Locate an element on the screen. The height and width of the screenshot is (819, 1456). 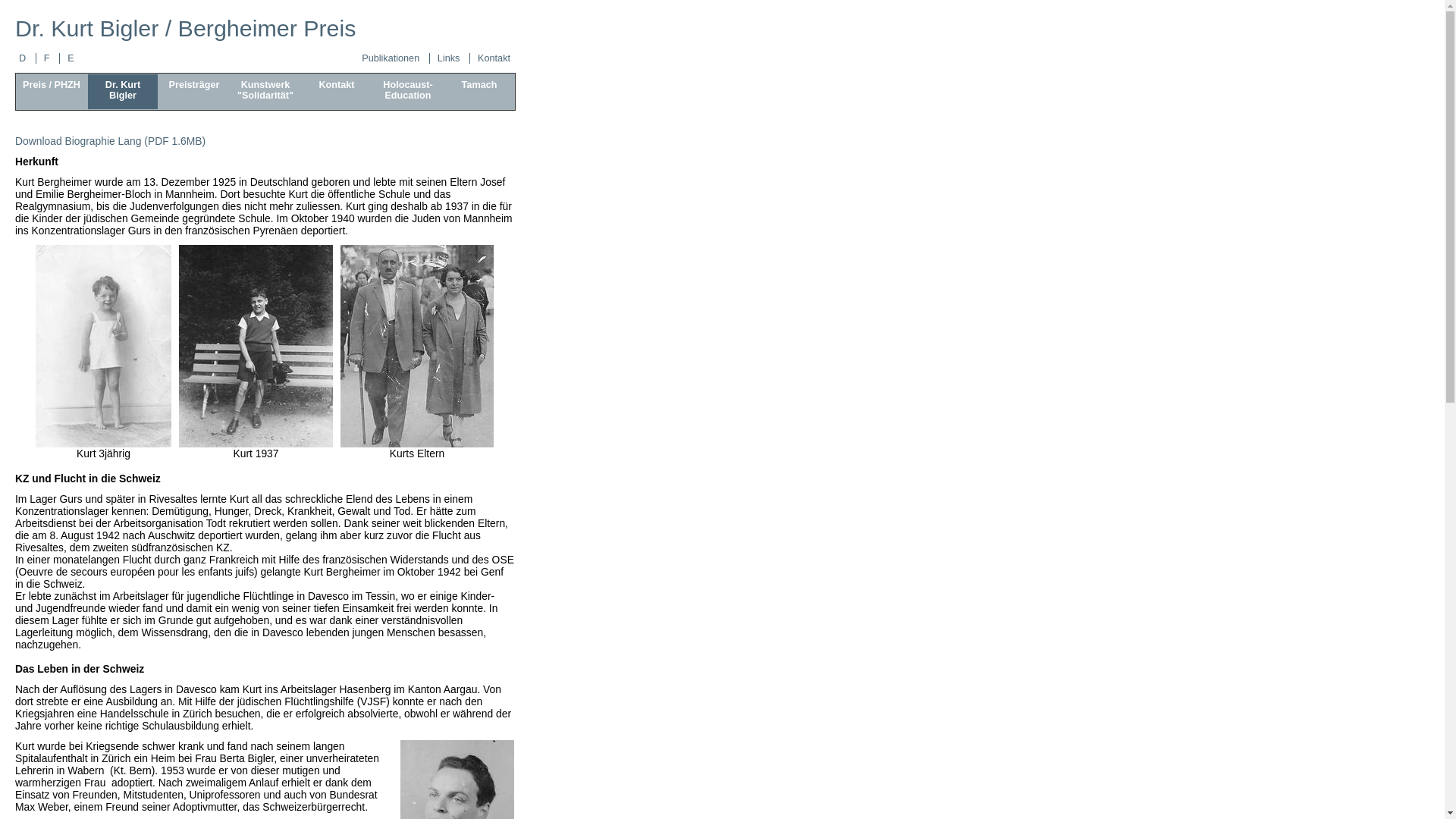
'Kontakt' is located at coordinates (494, 58).